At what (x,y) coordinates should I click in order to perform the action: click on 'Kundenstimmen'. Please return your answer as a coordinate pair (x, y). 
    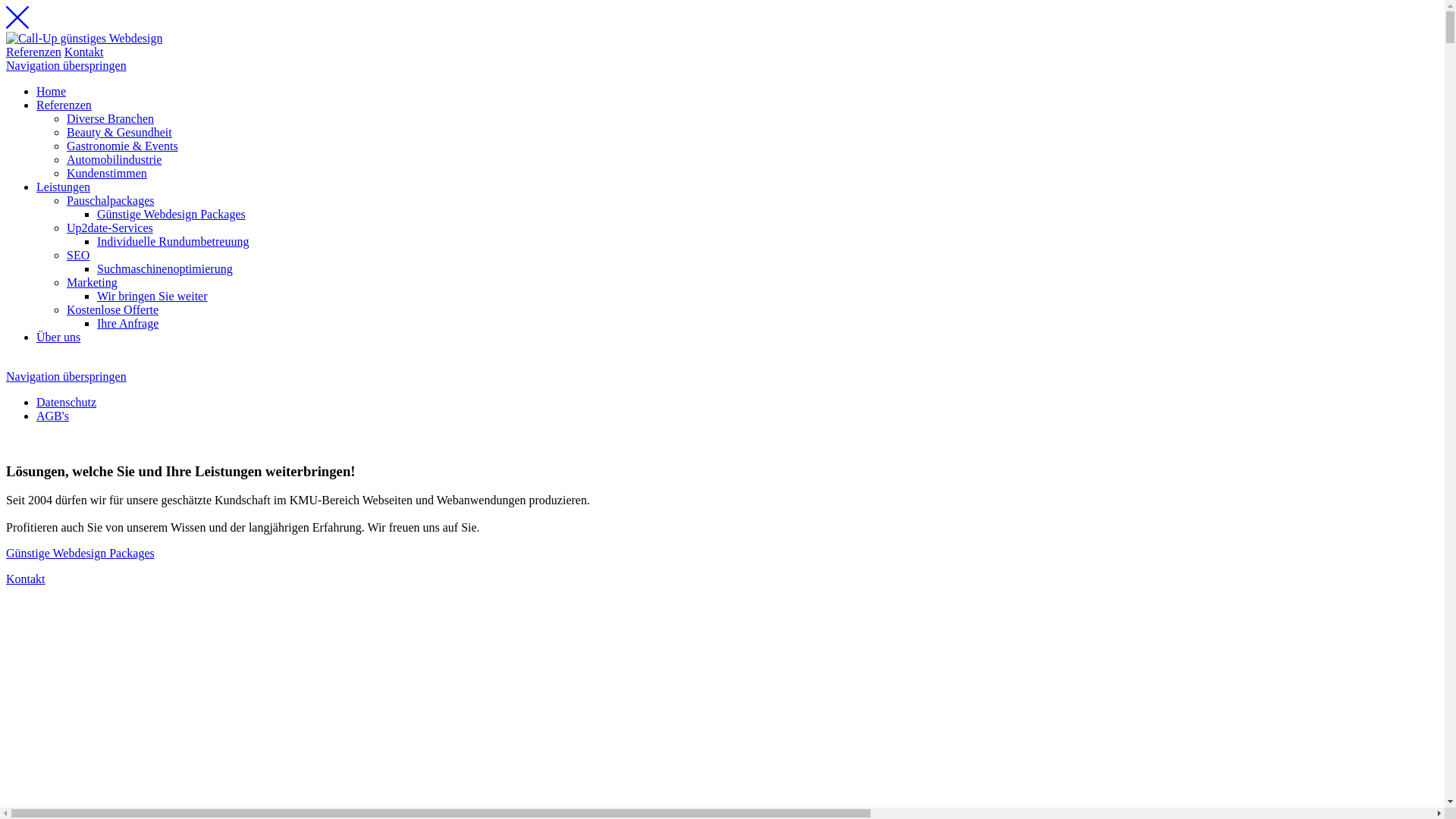
    Looking at the image, I should click on (105, 172).